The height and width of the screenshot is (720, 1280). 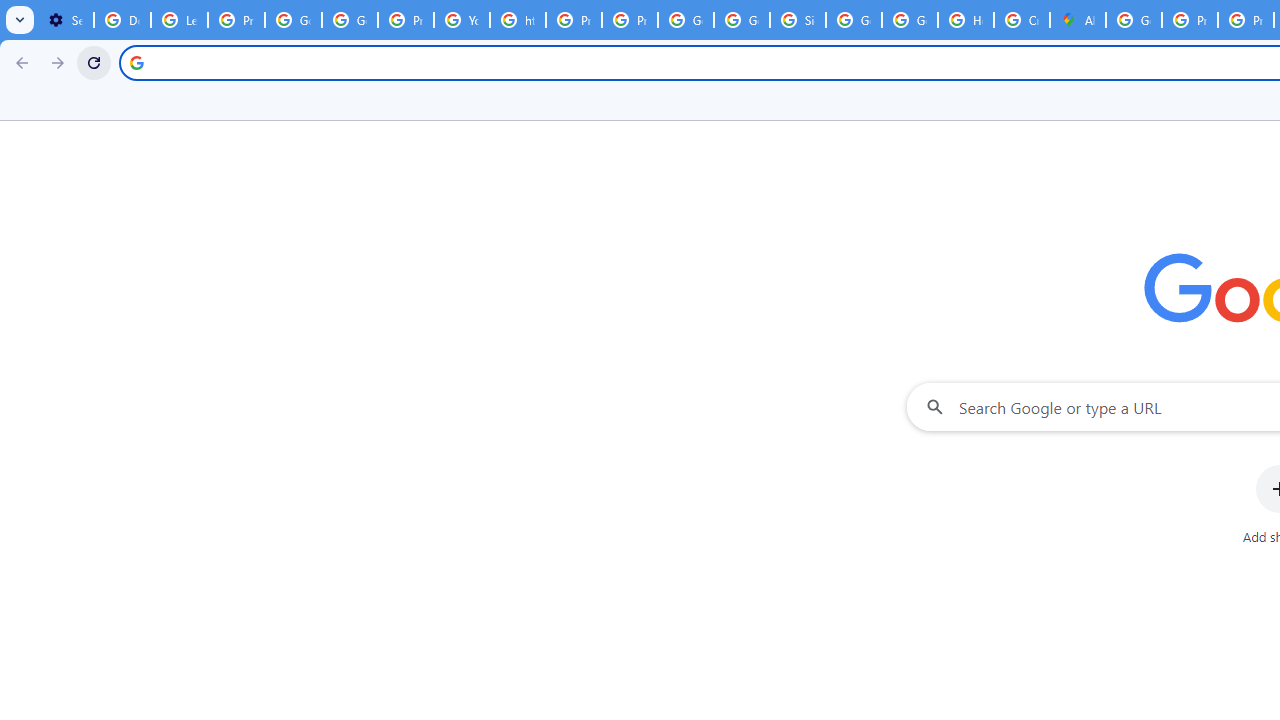 What do you see at coordinates (797, 20) in the screenshot?
I see `'Sign in - Google Accounts'` at bounding box center [797, 20].